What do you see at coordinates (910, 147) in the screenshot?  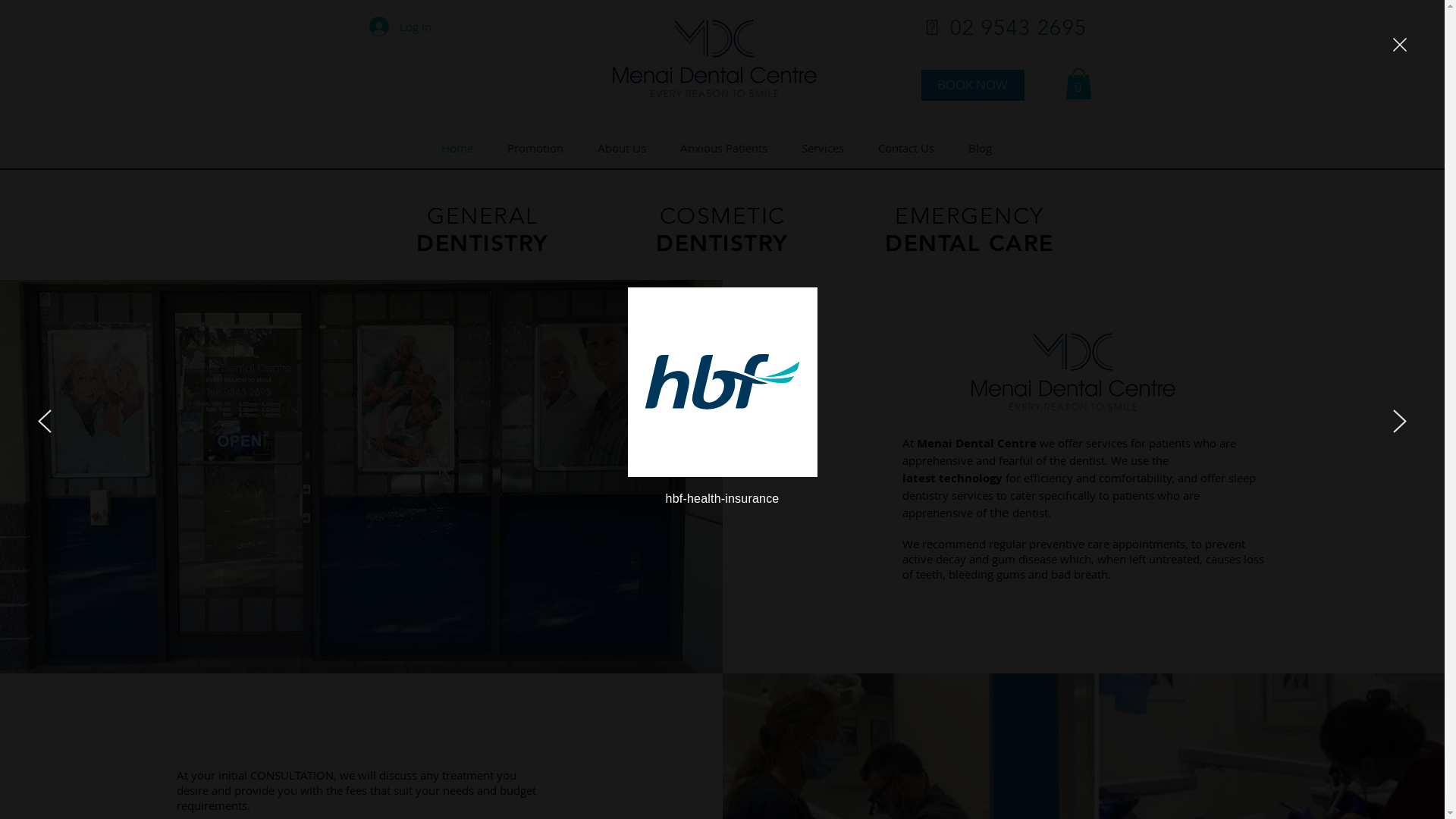 I see `'Contact Us'` at bounding box center [910, 147].